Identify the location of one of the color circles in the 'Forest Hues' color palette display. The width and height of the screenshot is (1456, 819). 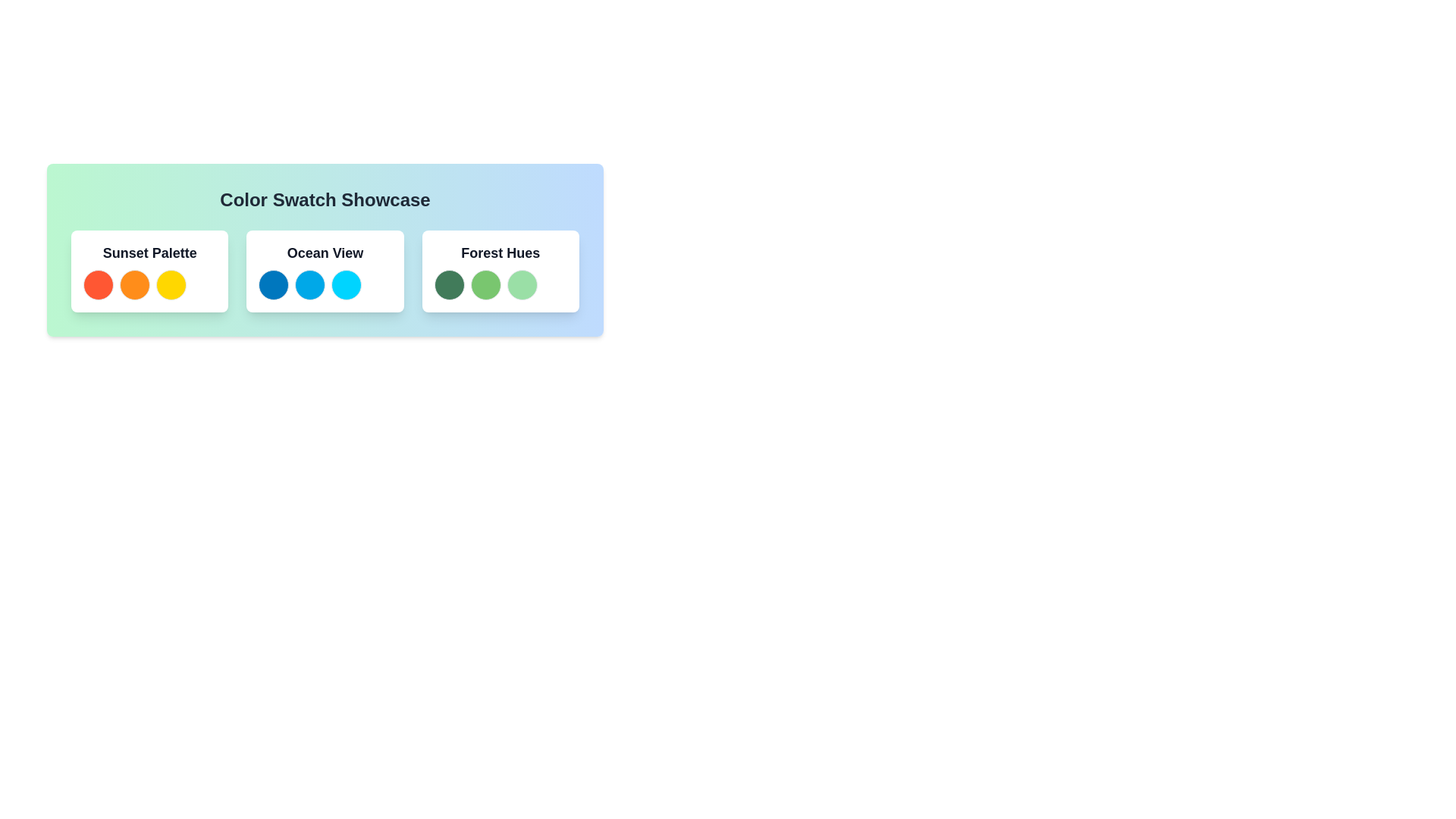
(500, 284).